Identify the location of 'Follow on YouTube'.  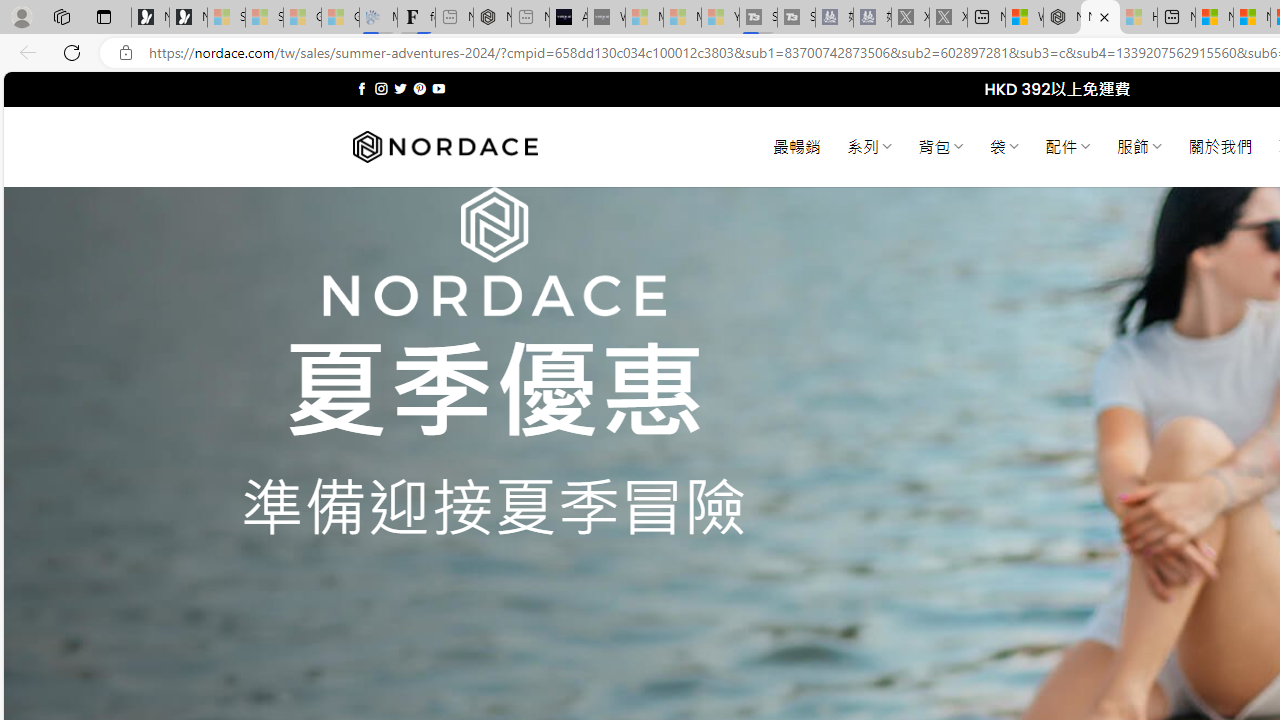
(438, 88).